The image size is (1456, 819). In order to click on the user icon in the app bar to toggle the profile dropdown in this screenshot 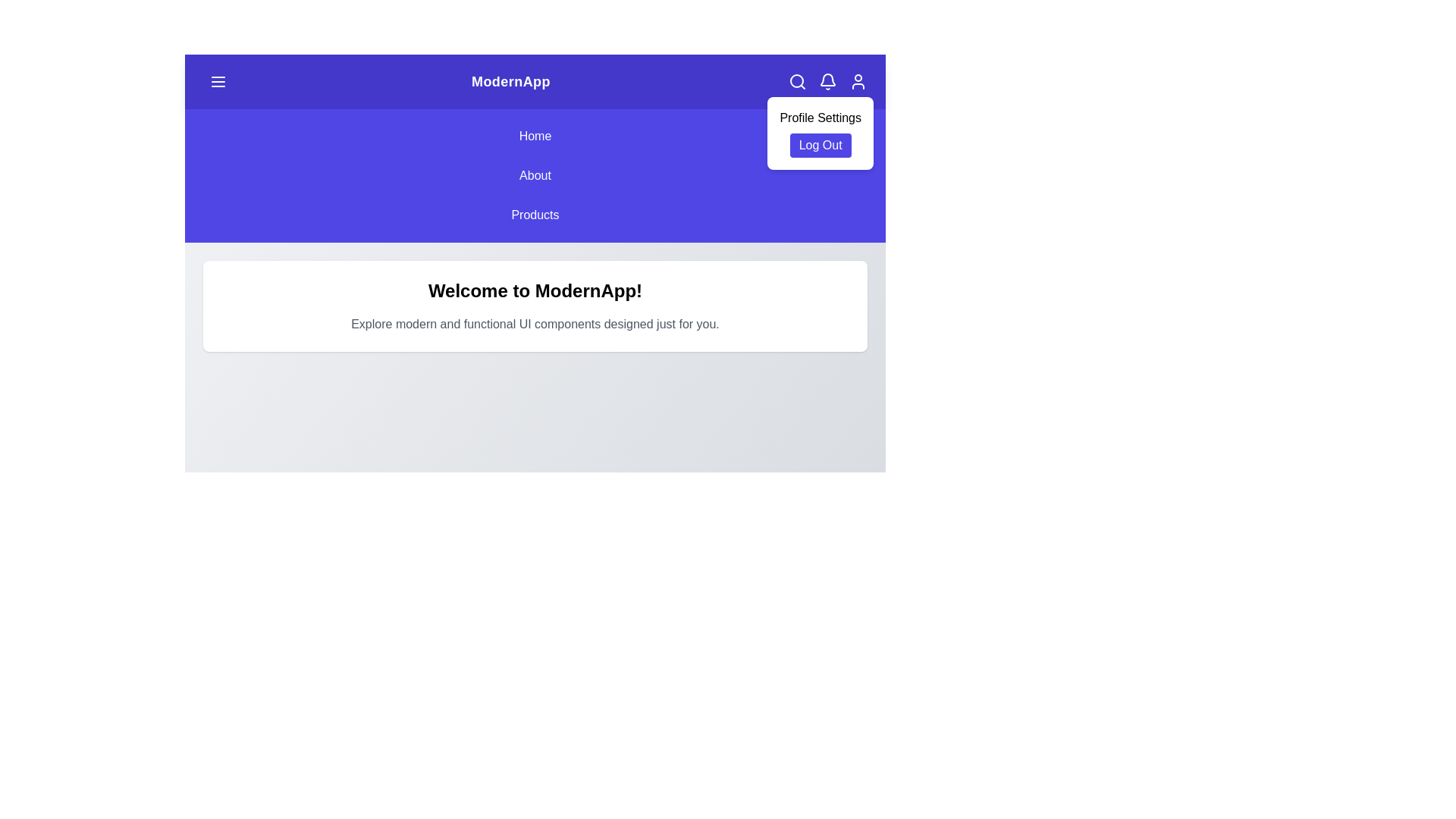, I will do `click(858, 82)`.